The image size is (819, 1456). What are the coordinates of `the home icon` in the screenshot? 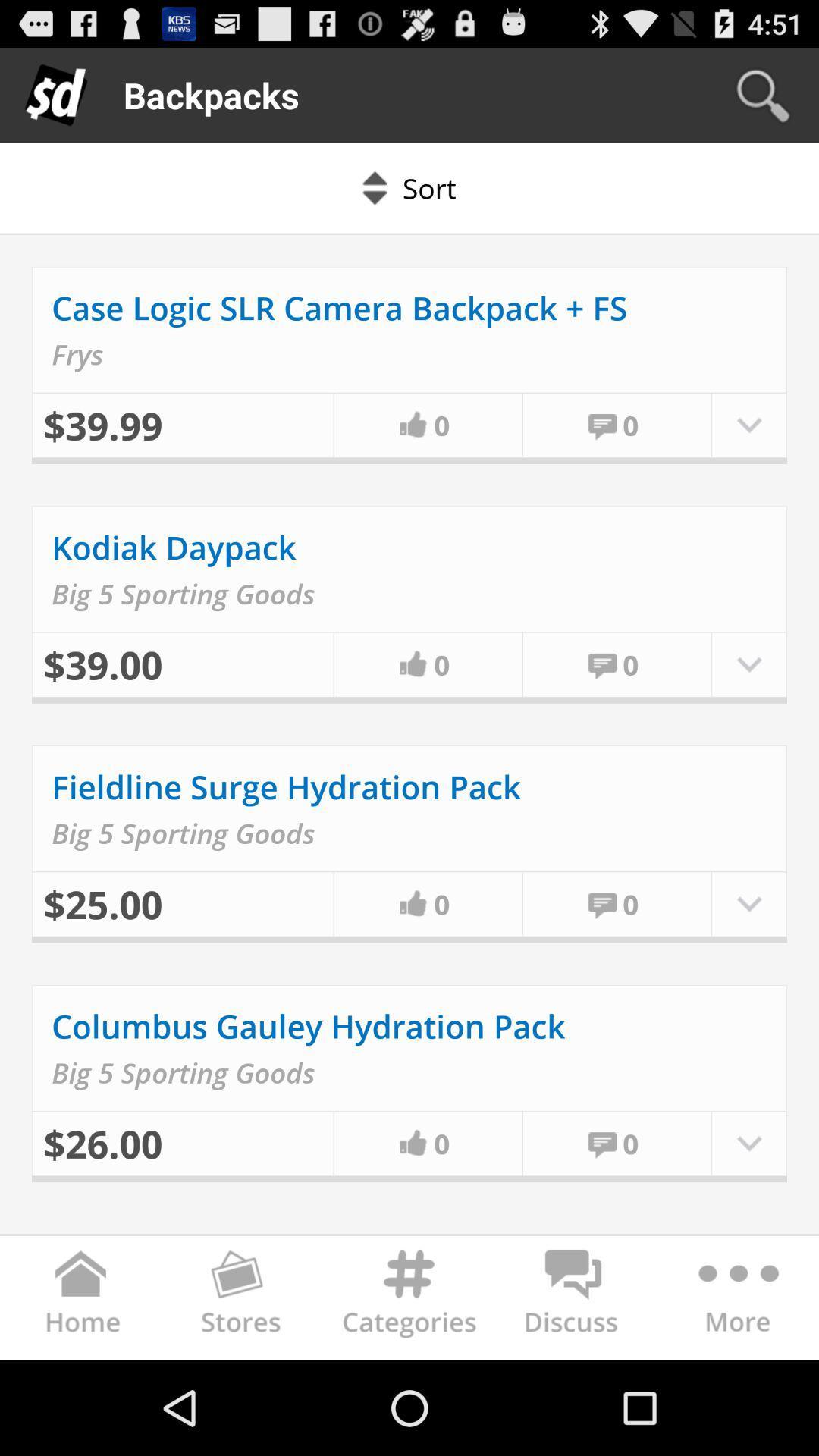 It's located at (82, 1392).